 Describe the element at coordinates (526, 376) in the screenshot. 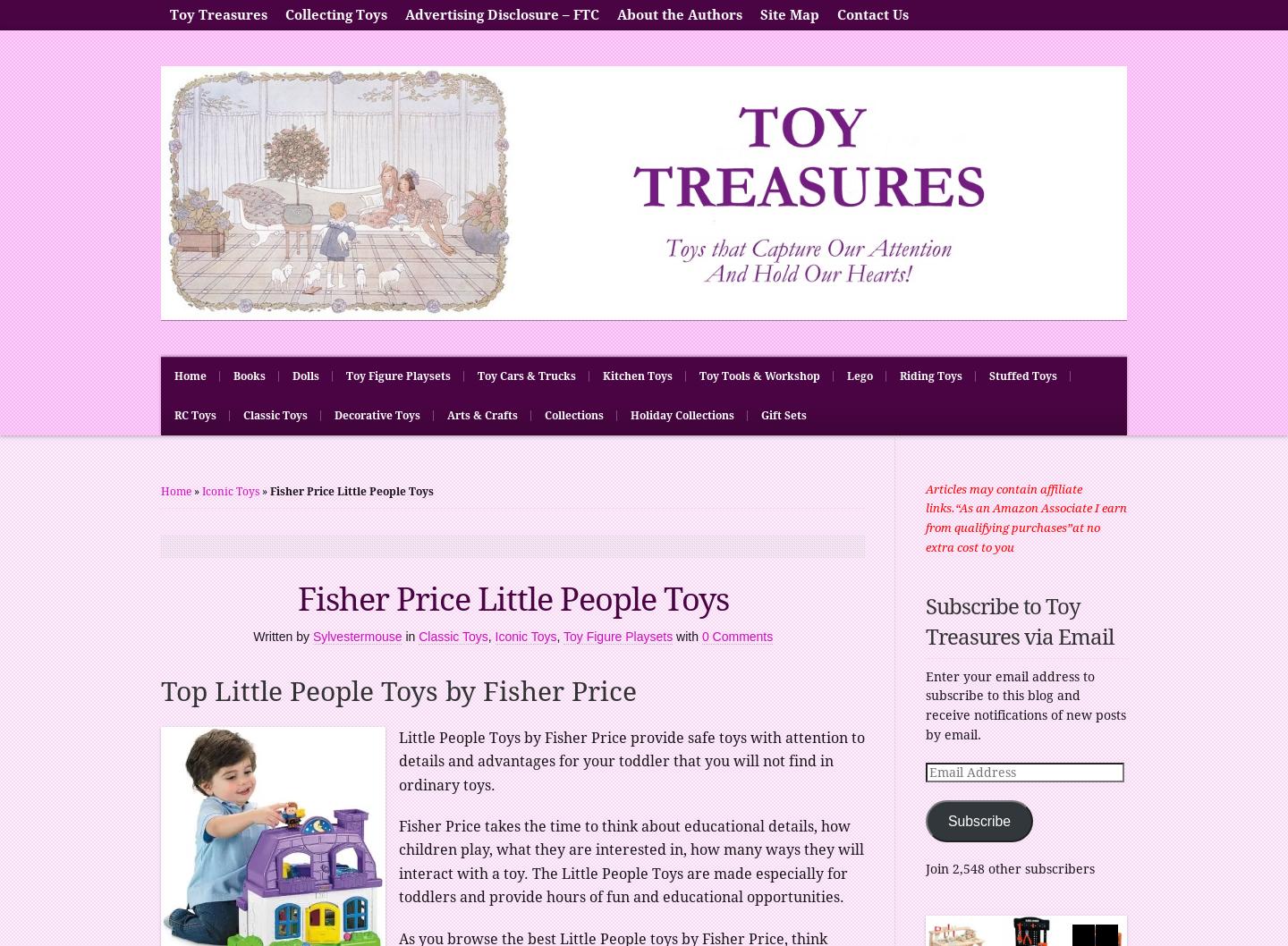

I see `'Toy Cars & Trucks'` at that location.